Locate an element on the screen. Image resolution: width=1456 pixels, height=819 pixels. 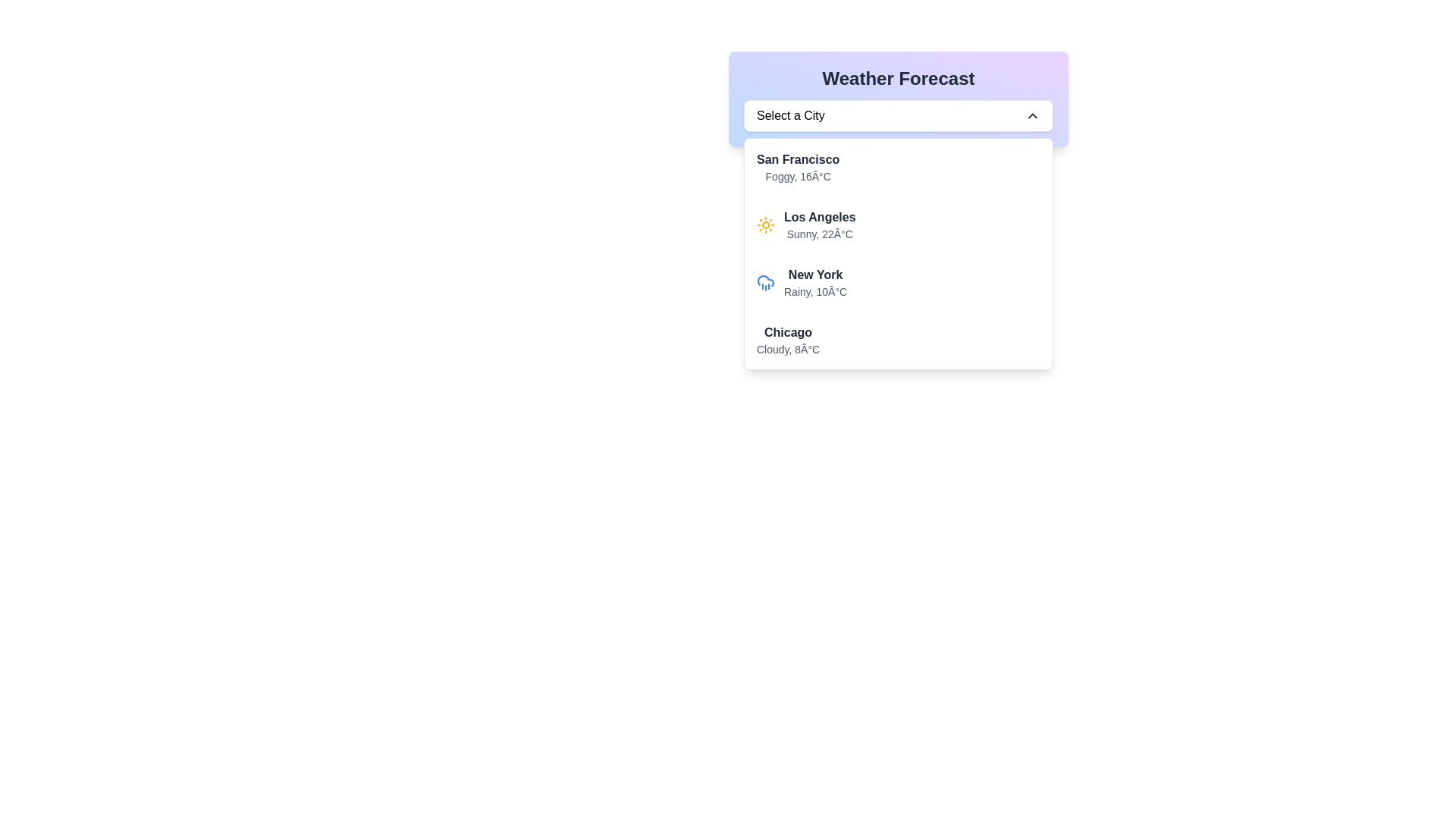
the weather details display for 'Los Angeles' located in the dropdown menu after selecting 'Select a City', which is the second item in the list is located at coordinates (899, 253).